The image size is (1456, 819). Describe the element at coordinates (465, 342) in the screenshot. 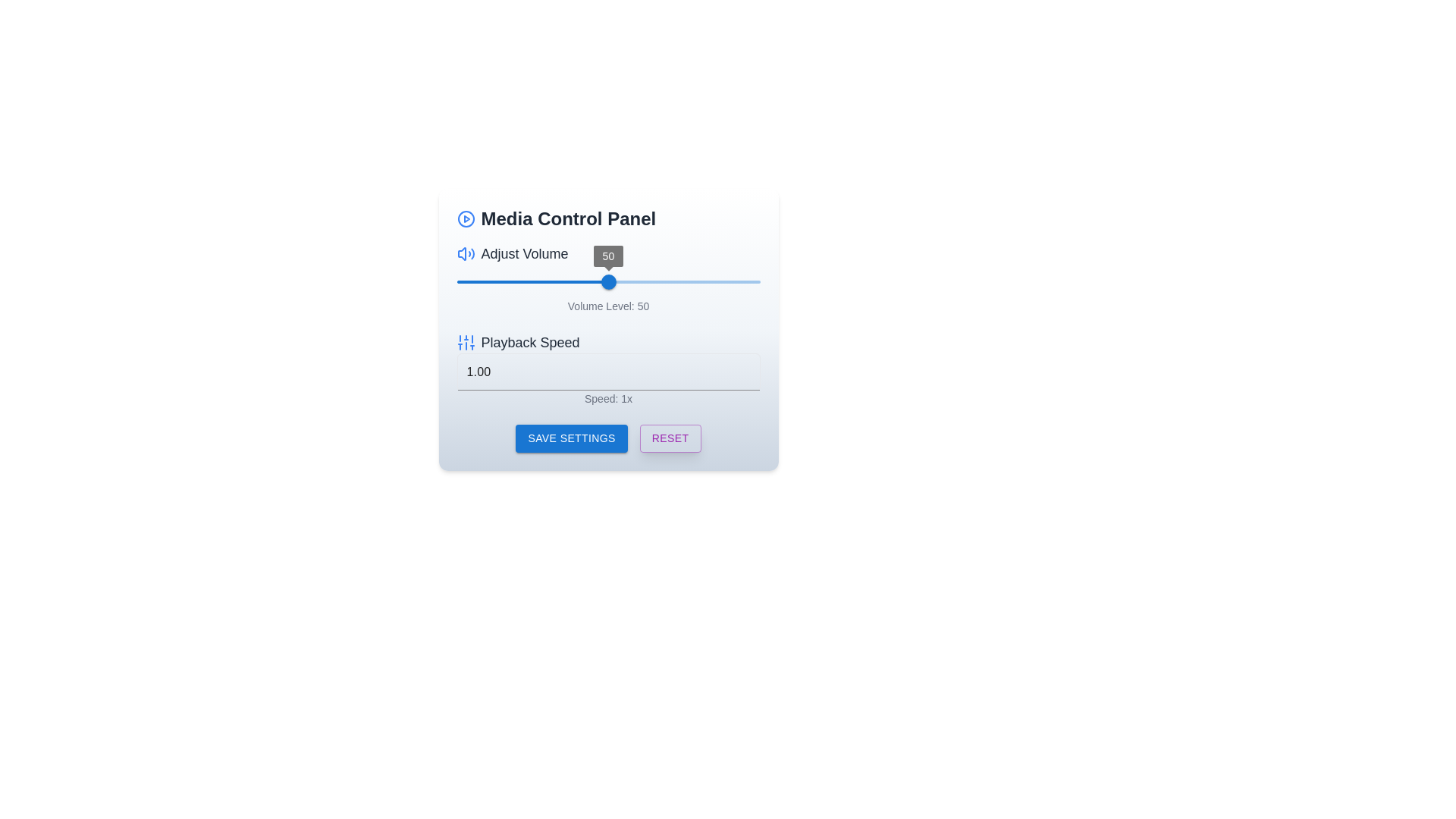

I see `the settings icon for playback speed, which is the first component in the group labeled 'Playback Speed', located towards the left side above the text input area` at that location.